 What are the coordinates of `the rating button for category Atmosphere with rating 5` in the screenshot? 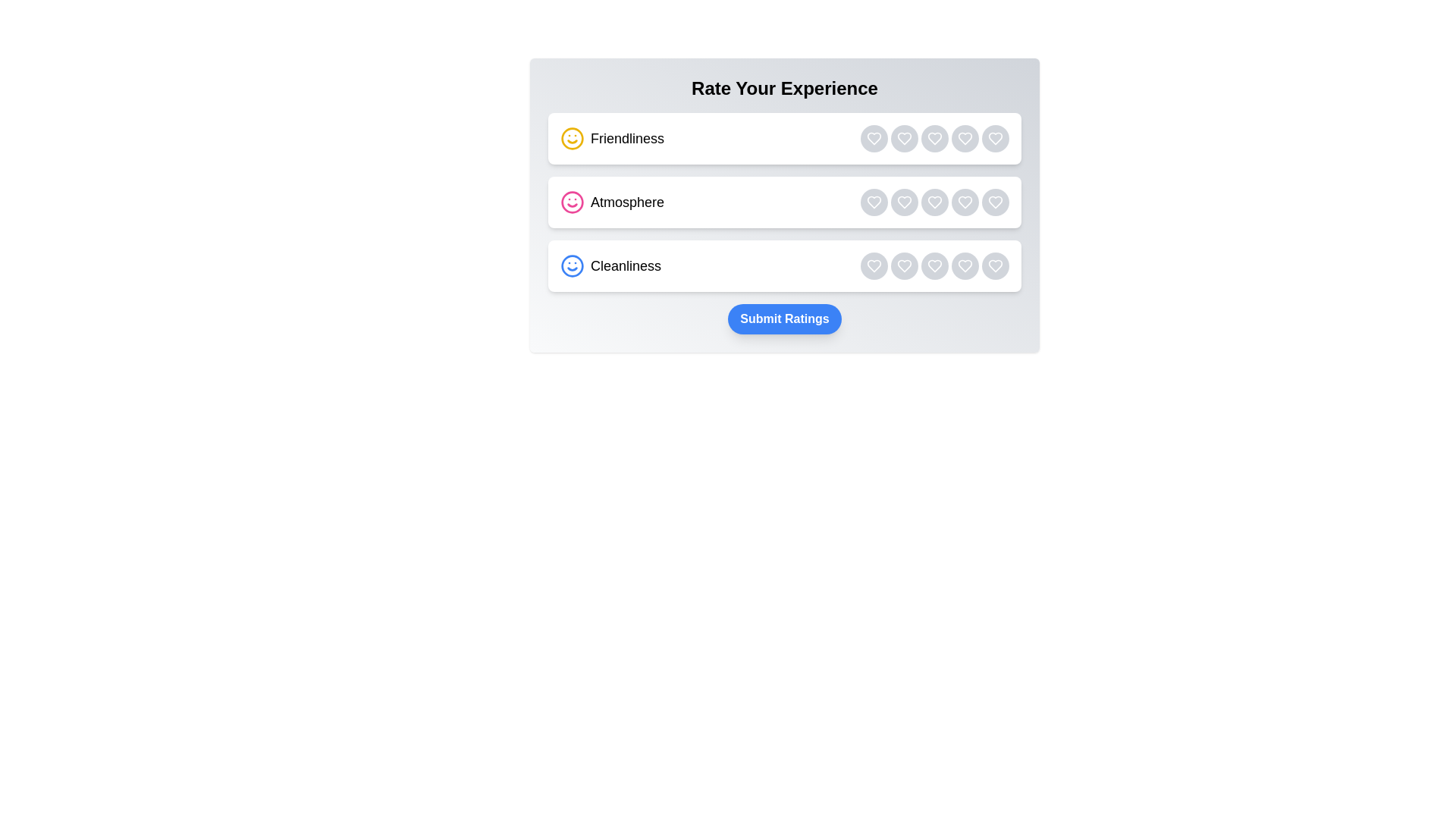 It's located at (996, 201).